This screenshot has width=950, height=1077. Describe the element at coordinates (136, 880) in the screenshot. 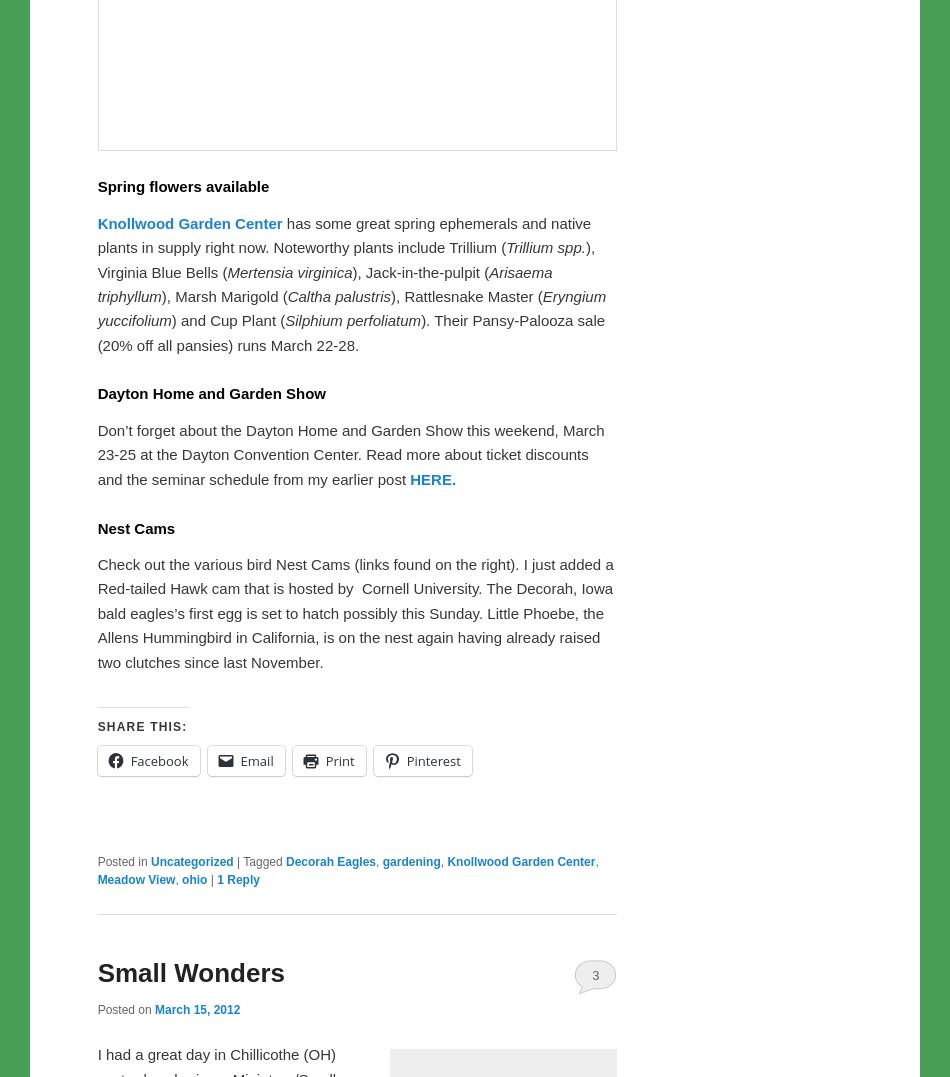

I see `'Meadow View'` at that location.